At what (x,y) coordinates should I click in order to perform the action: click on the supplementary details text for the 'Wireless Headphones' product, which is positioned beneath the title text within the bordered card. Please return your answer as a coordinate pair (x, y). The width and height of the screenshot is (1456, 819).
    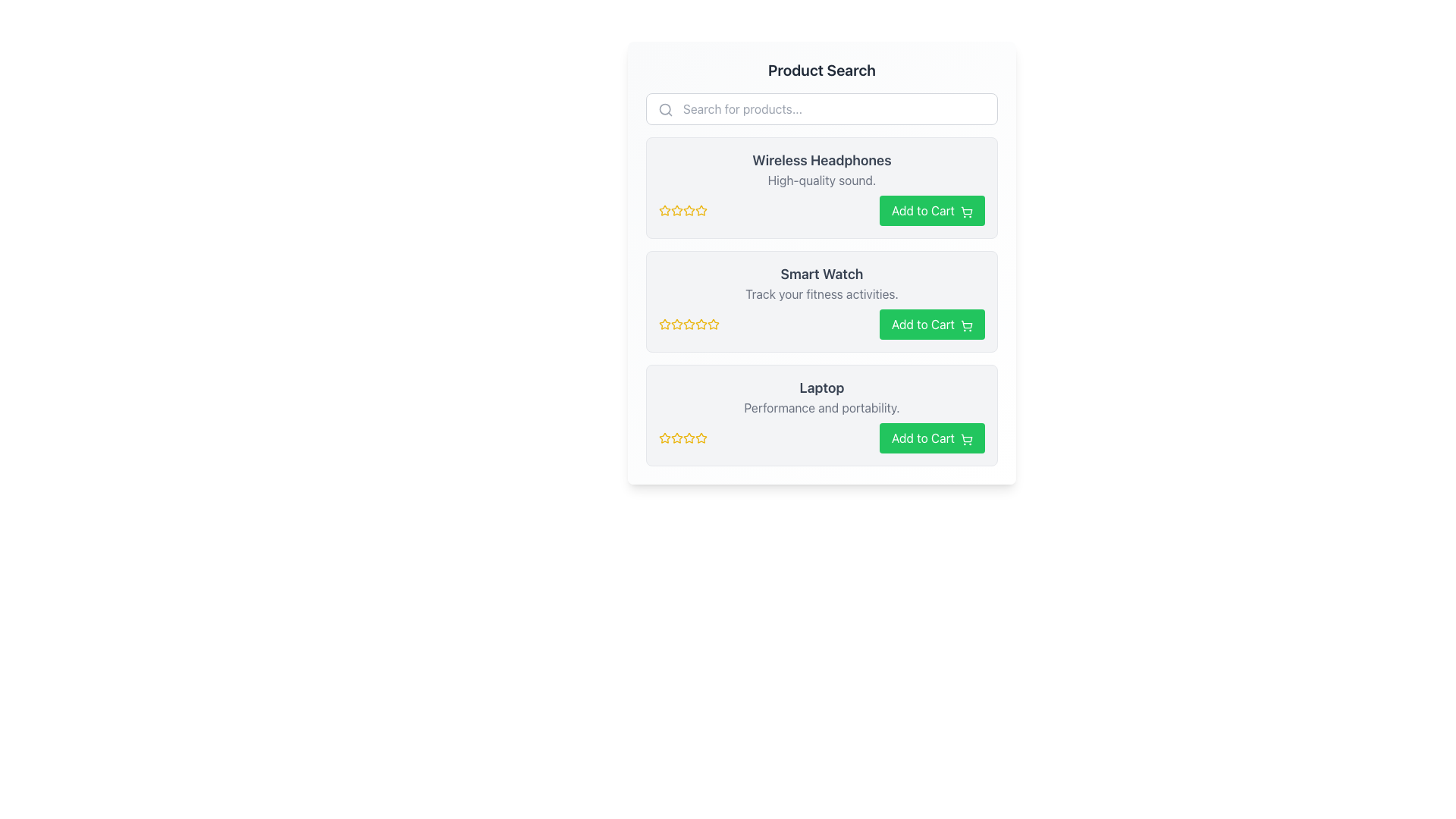
    Looking at the image, I should click on (821, 180).